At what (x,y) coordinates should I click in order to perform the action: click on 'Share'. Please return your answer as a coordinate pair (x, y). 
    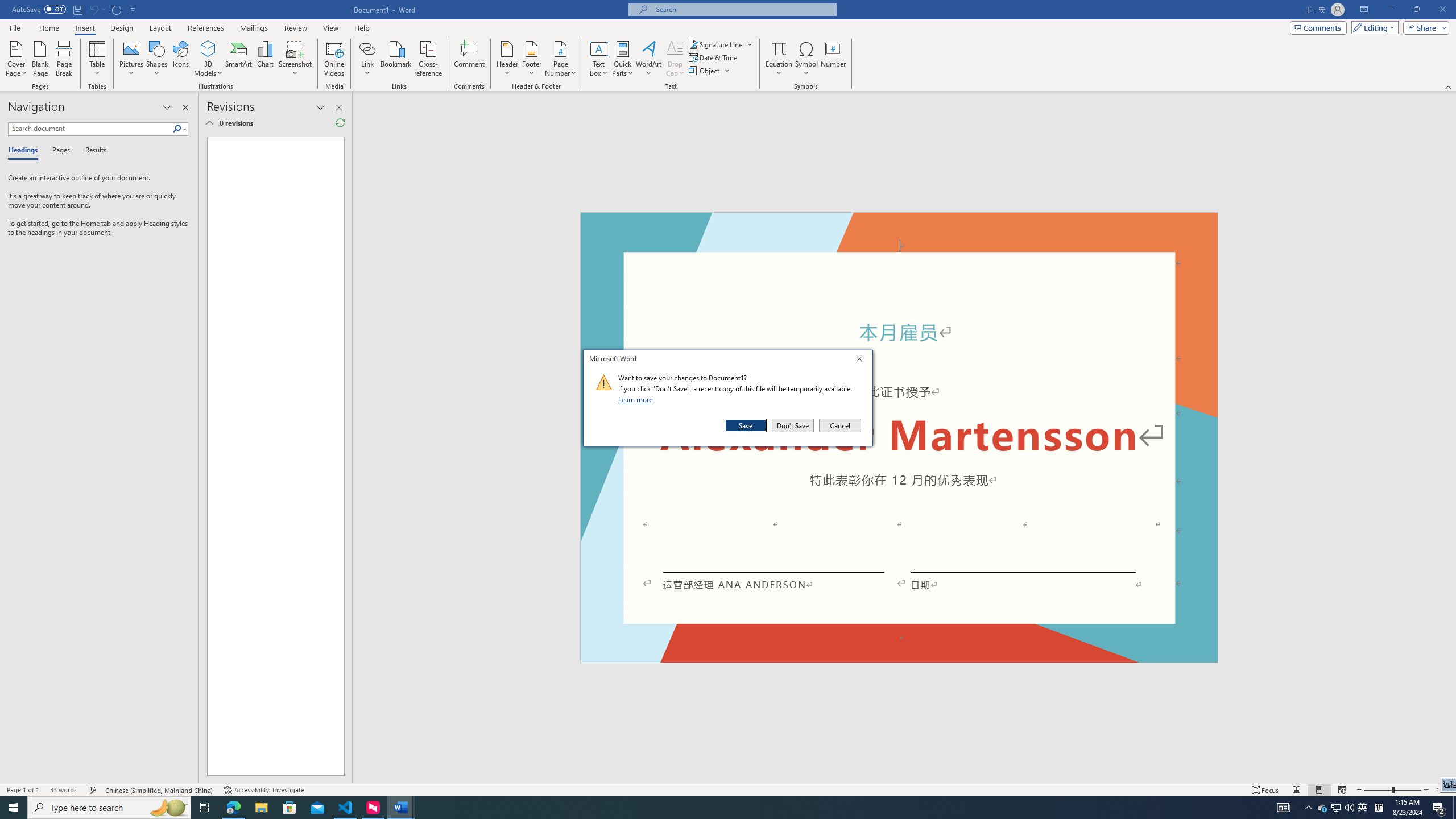
    Looking at the image, I should click on (1423, 27).